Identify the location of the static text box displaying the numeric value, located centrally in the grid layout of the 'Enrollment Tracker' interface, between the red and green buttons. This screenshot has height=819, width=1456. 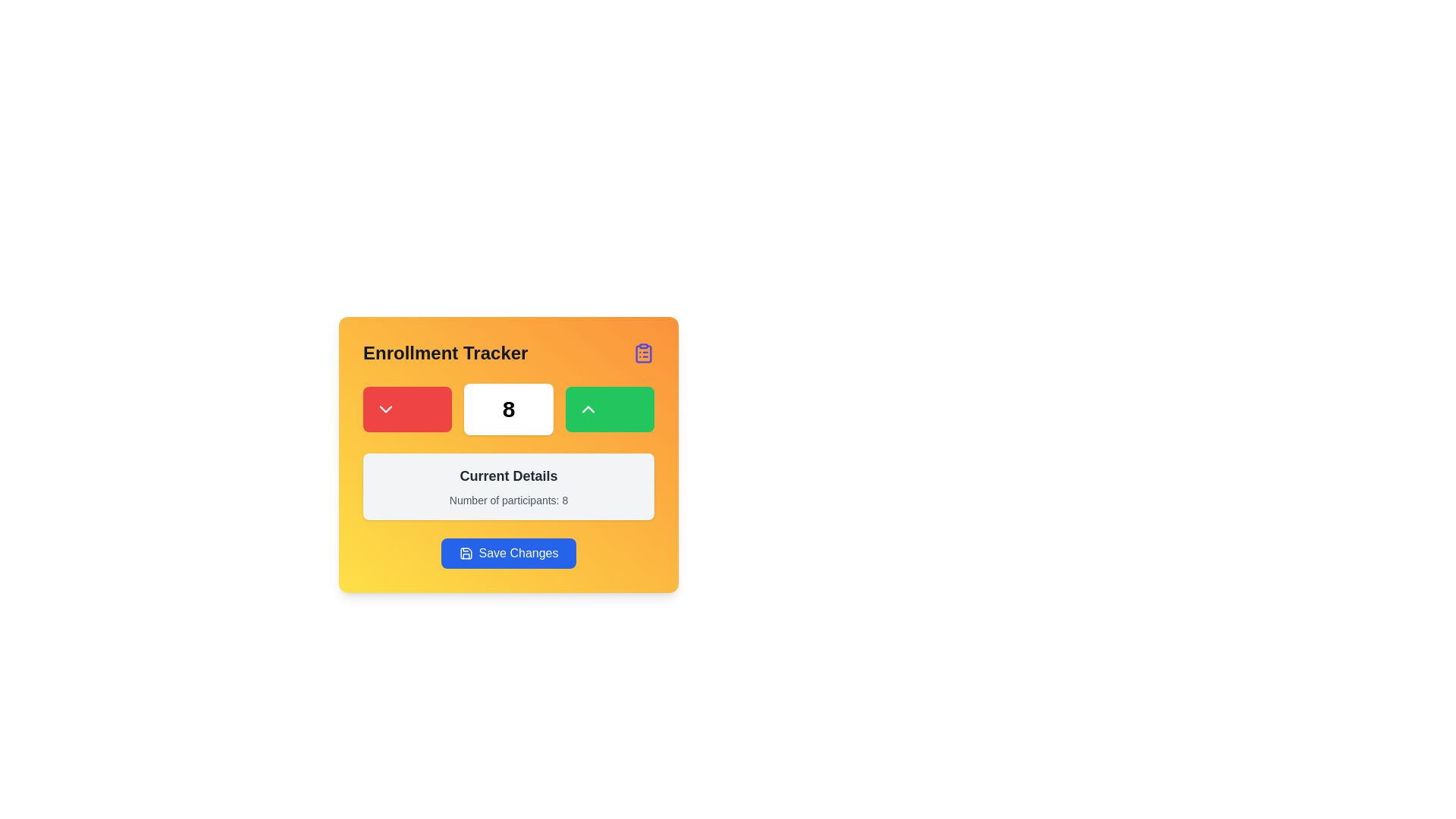
(509, 409).